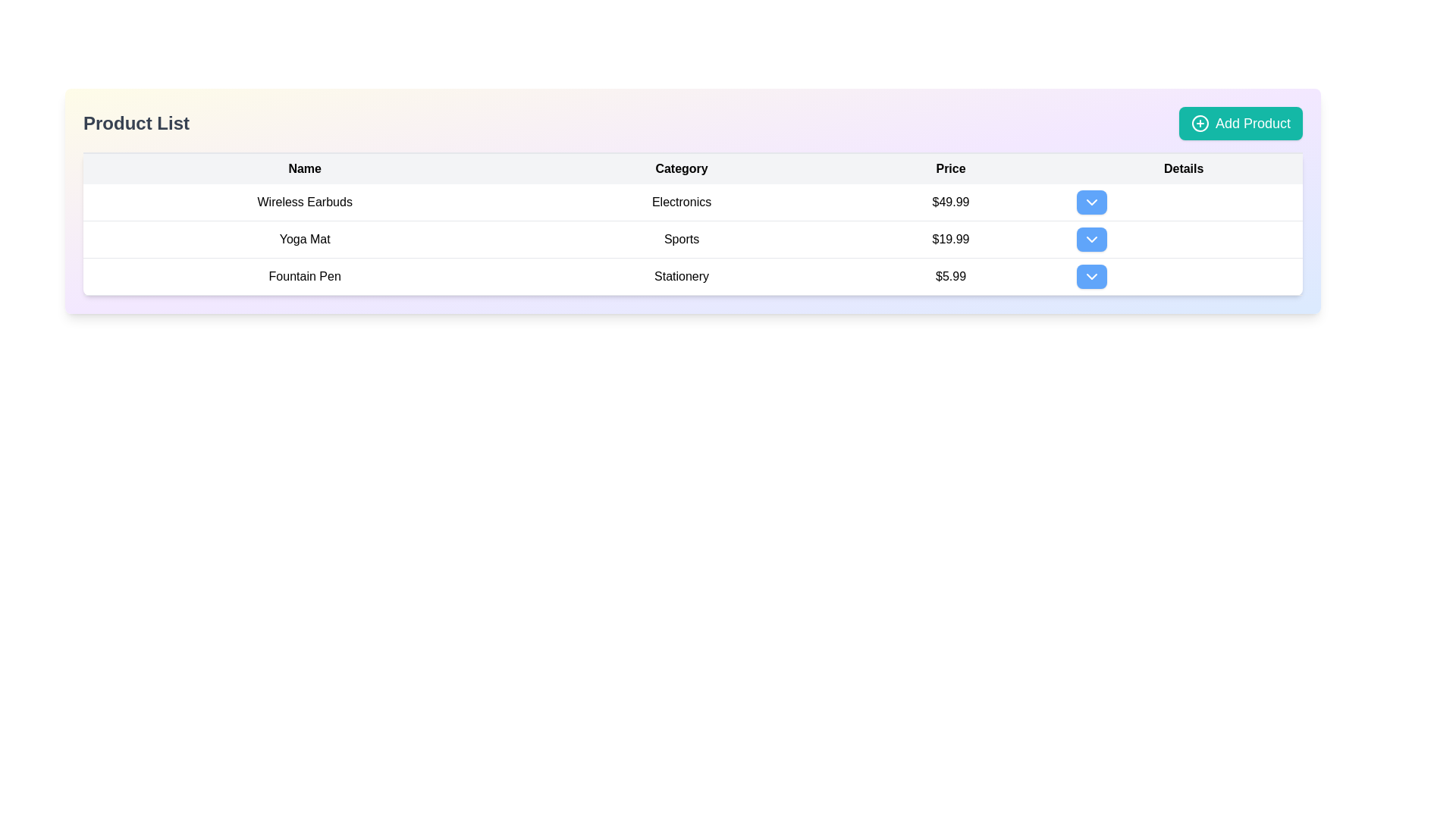  What do you see at coordinates (949, 239) in the screenshot?
I see `text of the price information label located in the second row of the table, under the 'Price' column, adjacent to the 'Yoga Mat' in the 'Name' column and 'Sports' in the 'Category' column` at bounding box center [949, 239].